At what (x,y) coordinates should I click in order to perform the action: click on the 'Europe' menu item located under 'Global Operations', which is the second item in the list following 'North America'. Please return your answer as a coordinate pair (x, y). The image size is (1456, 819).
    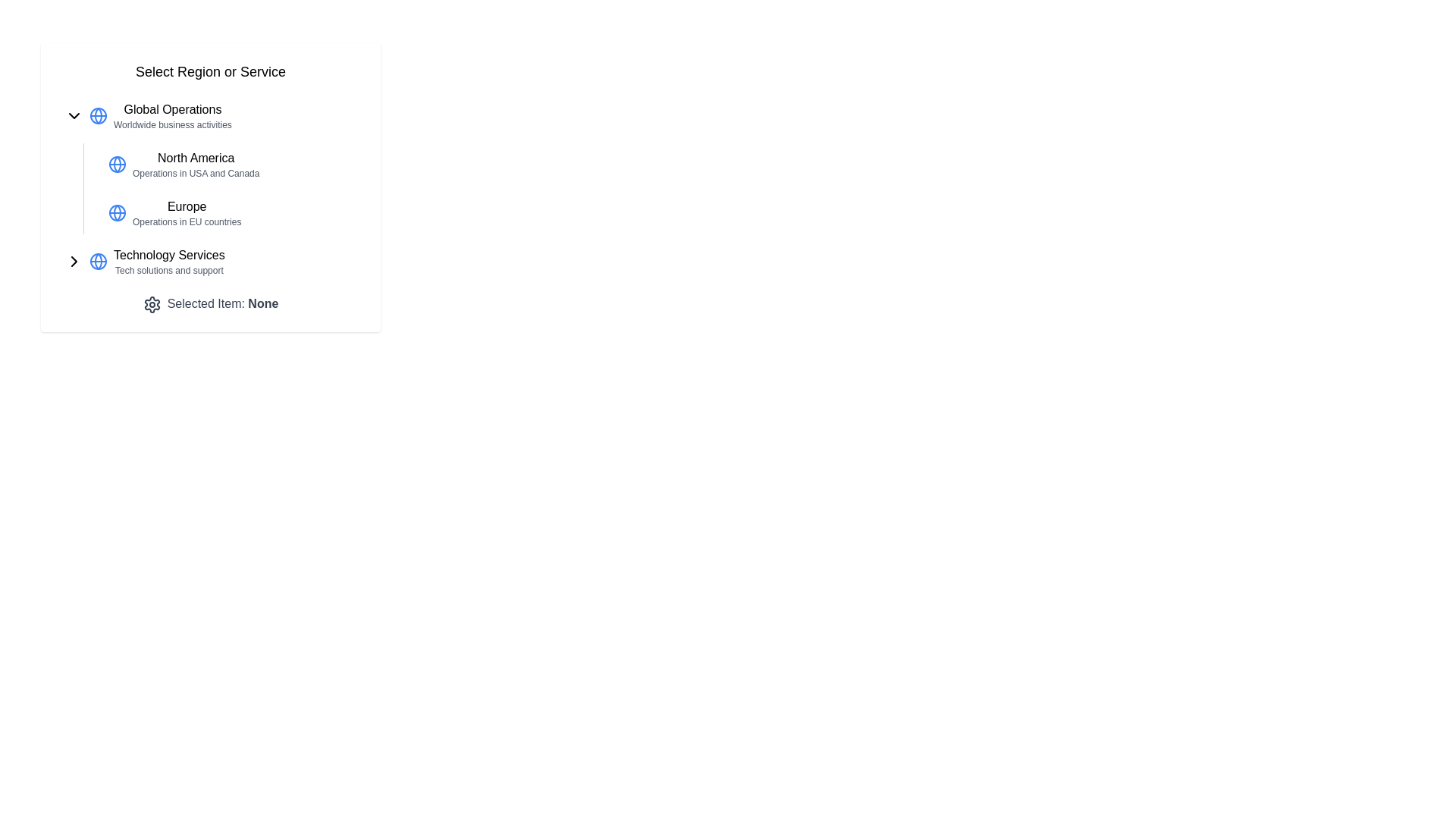
    Looking at the image, I should click on (228, 213).